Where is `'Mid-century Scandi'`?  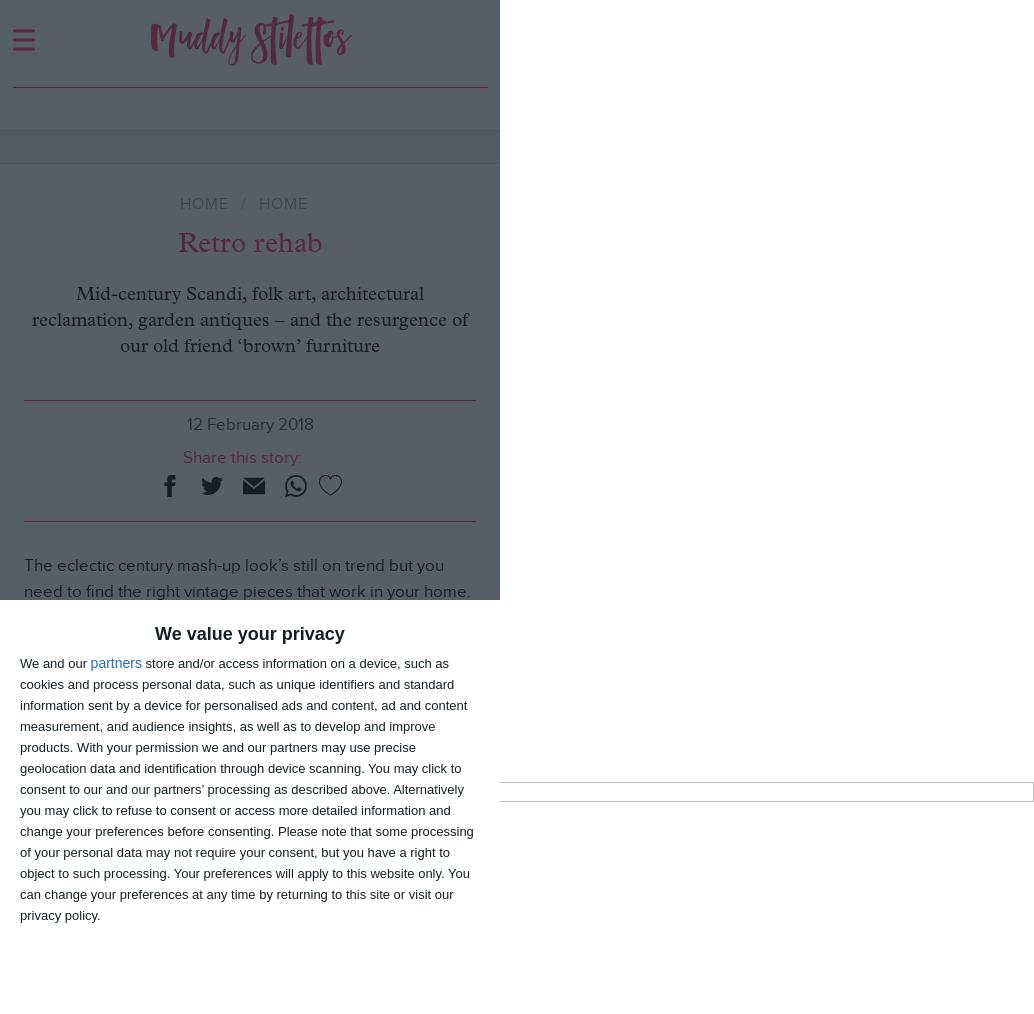
'Mid-century Scandi' is located at coordinates (123, 765).